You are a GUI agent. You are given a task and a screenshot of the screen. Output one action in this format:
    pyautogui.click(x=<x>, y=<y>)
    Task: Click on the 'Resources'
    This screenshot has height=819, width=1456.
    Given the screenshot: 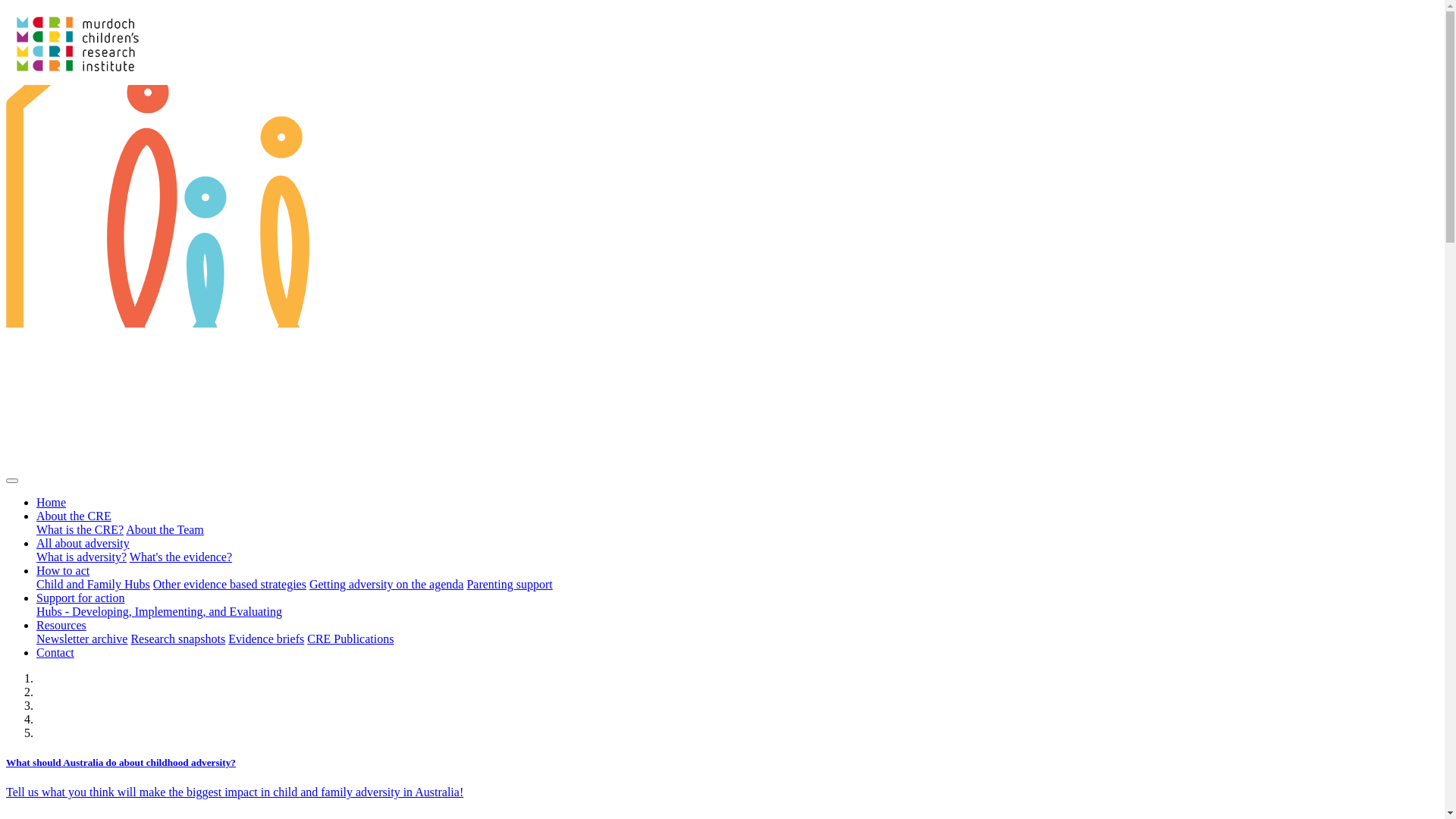 What is the action you would take?
    pyautogui.click(x=61, y=625)
    